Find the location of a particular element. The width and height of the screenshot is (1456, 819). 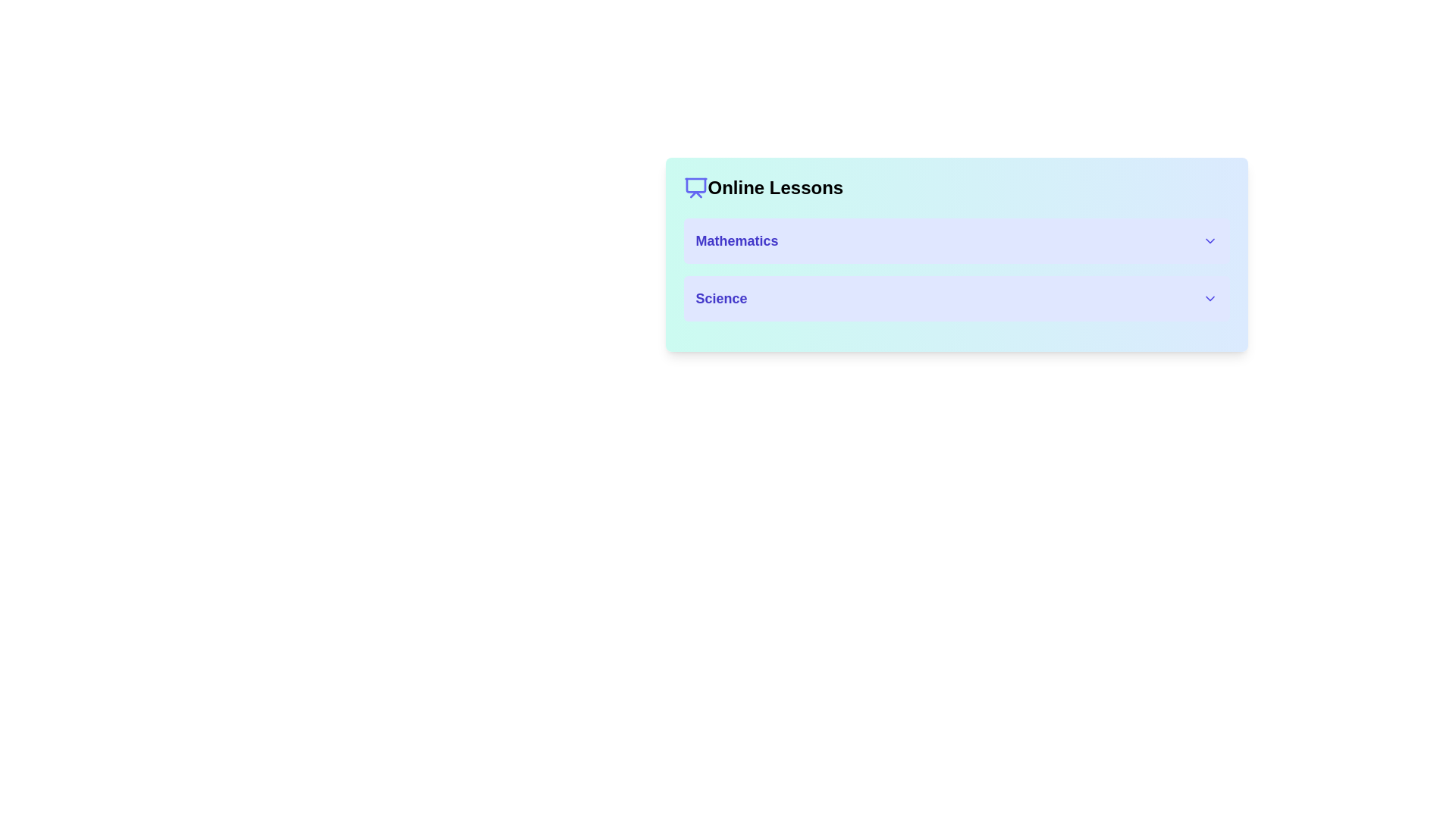

the 'Science' dropdown list item in the 'Online Lessons' section is located at coordinates (955, 298).